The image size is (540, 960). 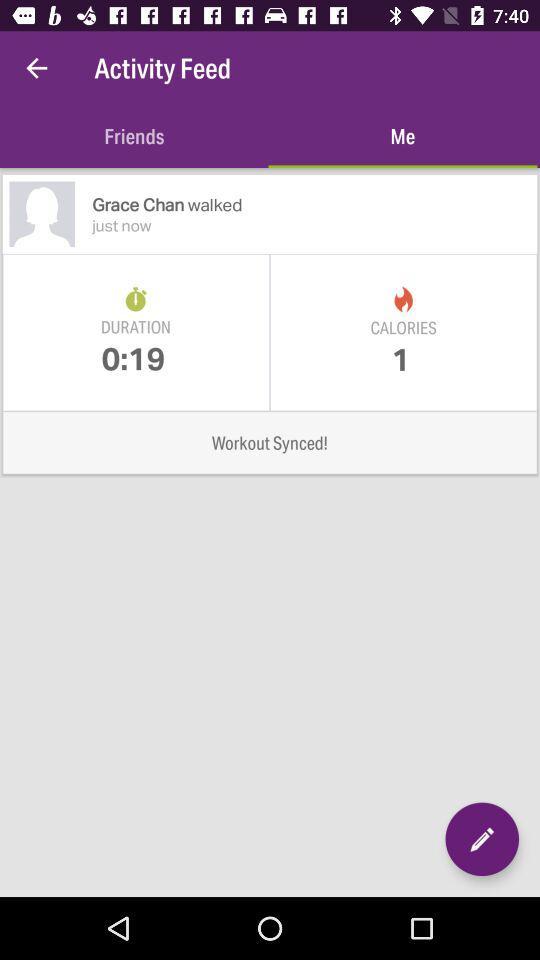 I want to click on tap edit option, so click(x=481, y=839).